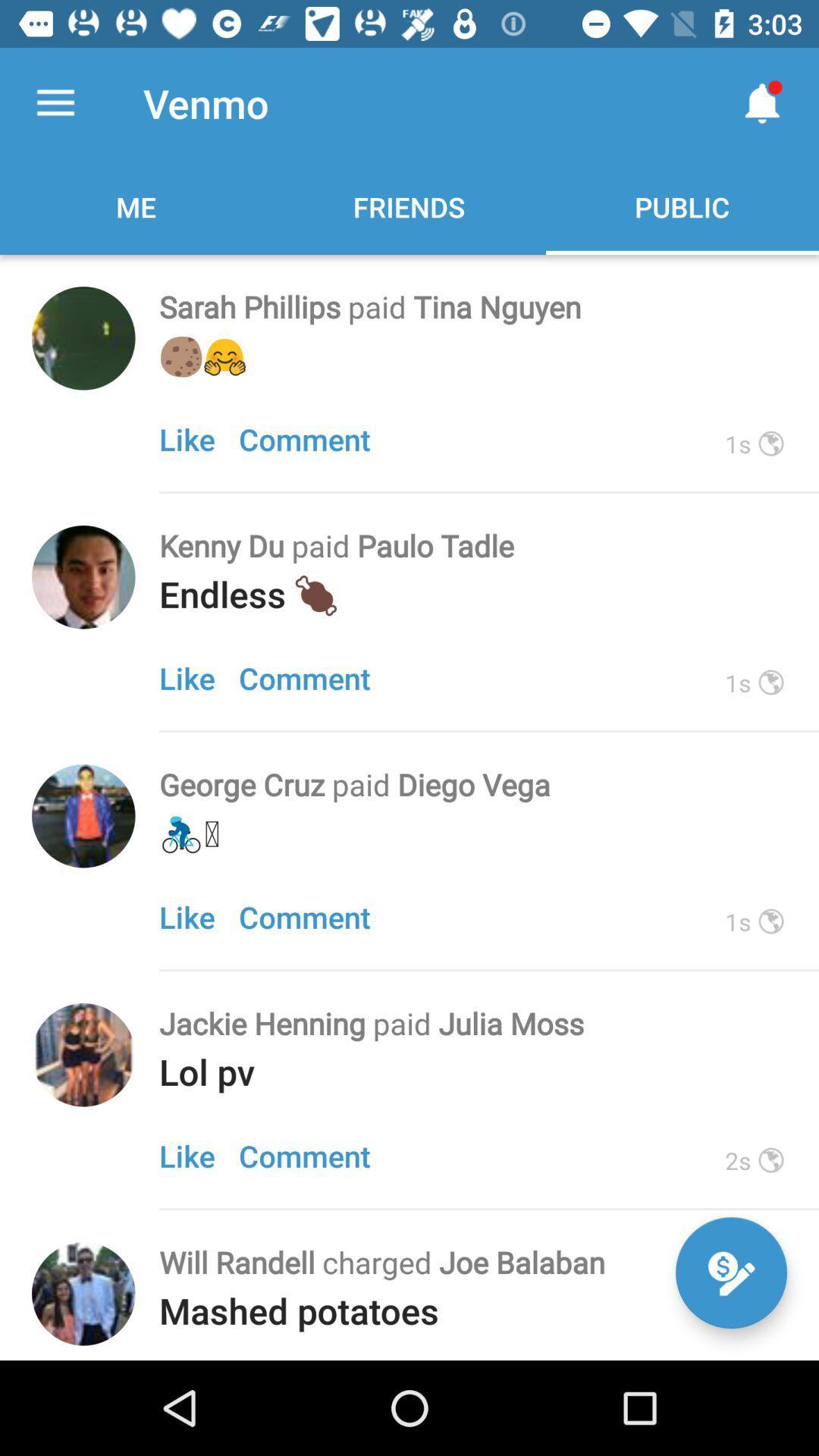 This screenshot has height=1456, width=819. Describe the element at coordinates (83, 1054) in the screenshot. I see `person avatar` at that location.